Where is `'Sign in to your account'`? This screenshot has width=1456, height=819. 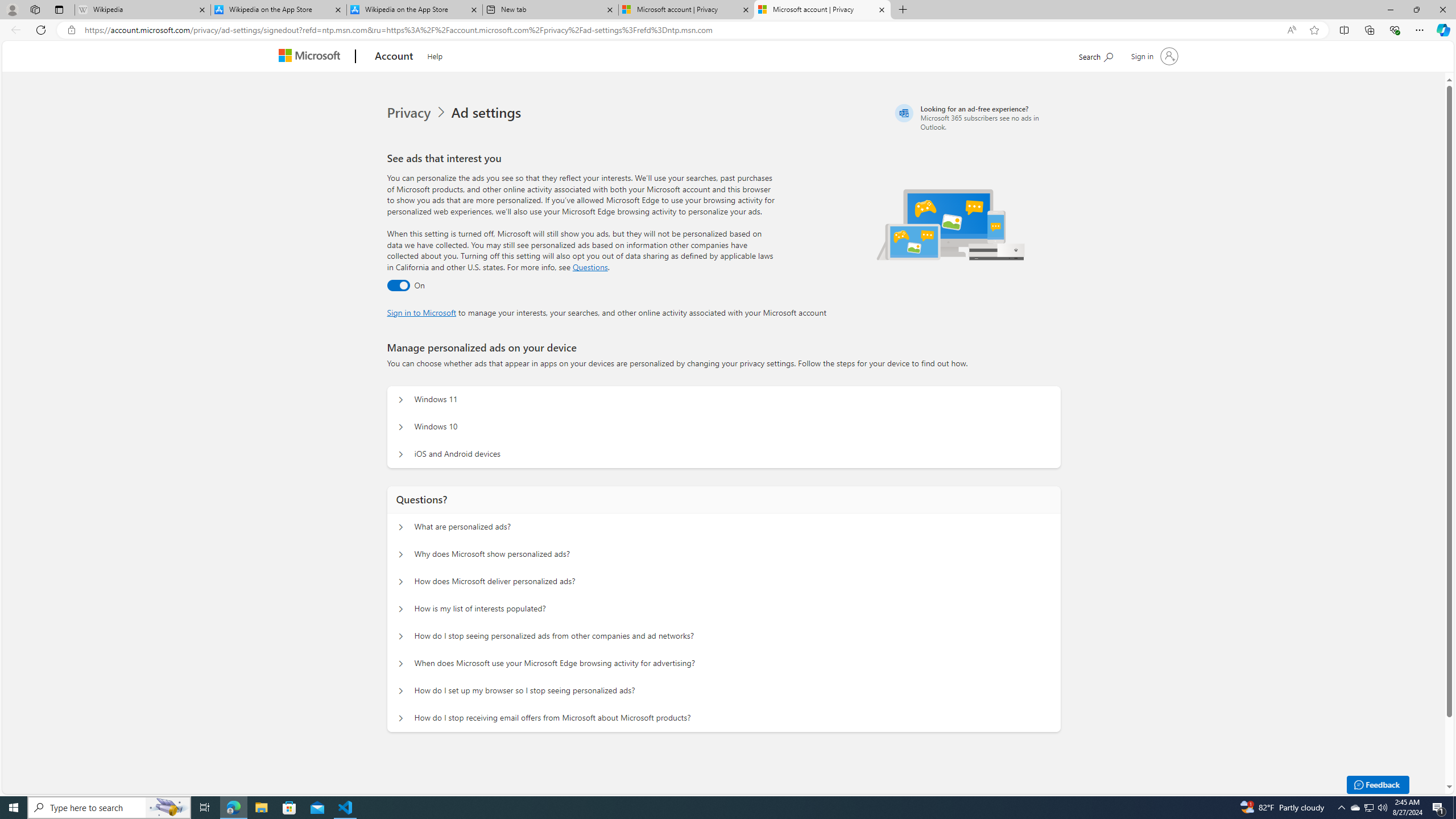
'Sign in to your account' is located at coordinates (1152, 55).